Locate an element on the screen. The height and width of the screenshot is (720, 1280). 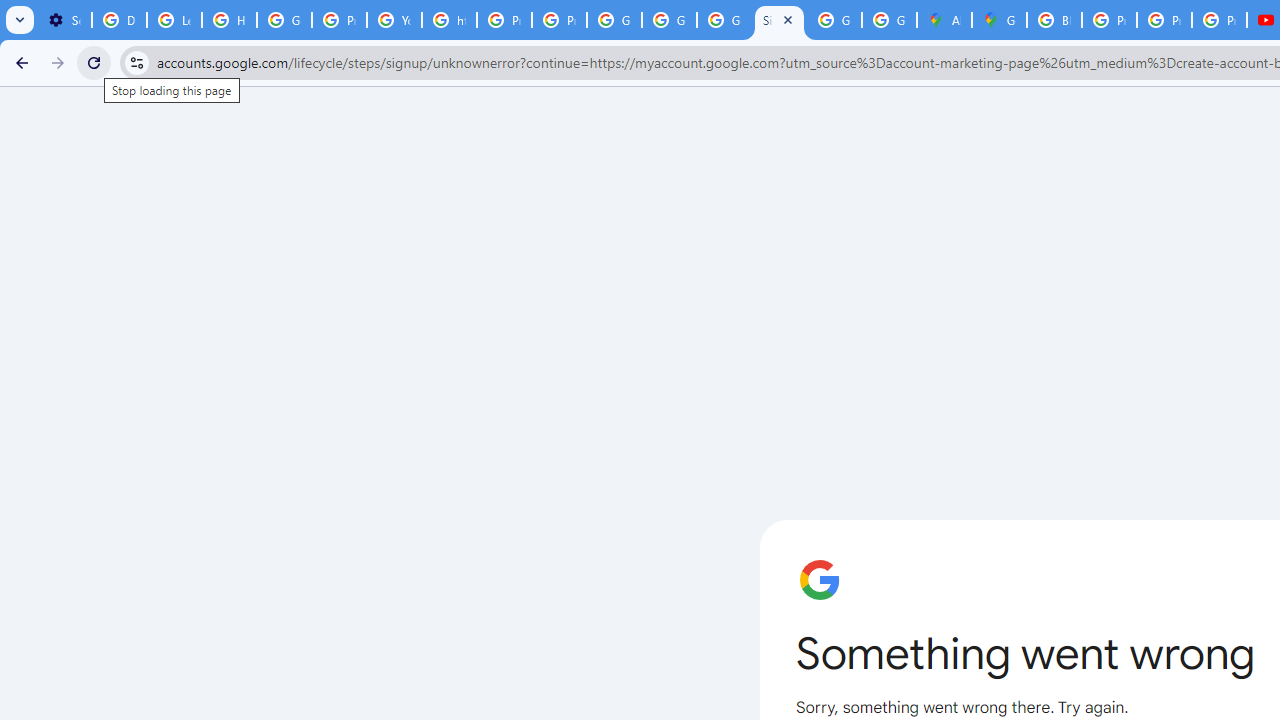
'Learn how to find your photos - Google Photos Help' is located at coordinates (174, 20).